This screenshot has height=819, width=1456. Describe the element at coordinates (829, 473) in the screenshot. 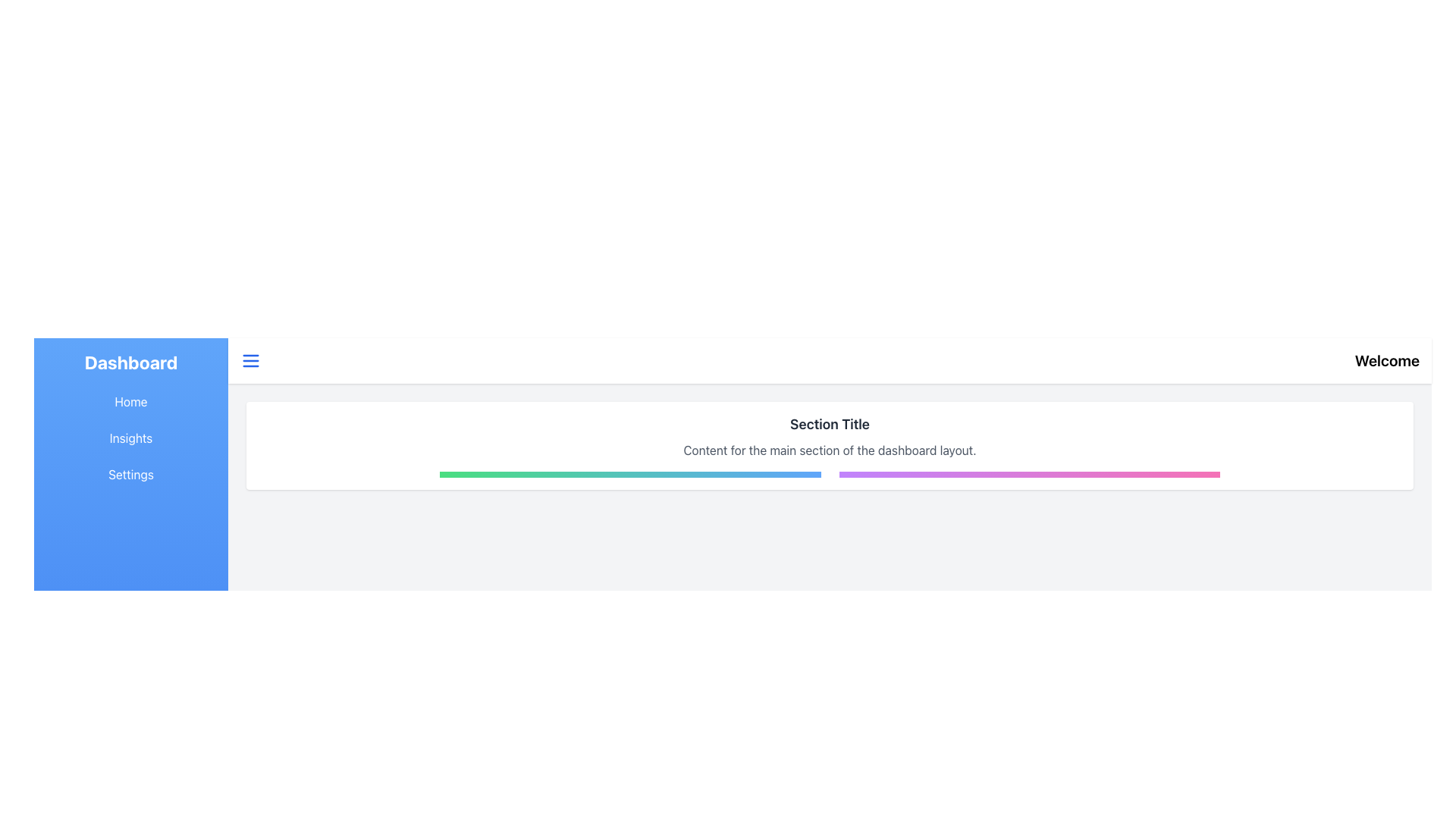

I see `the Decorative progress or status bar located below 'Section Title', visually represented by two segments, centered in the card layout` at that location.